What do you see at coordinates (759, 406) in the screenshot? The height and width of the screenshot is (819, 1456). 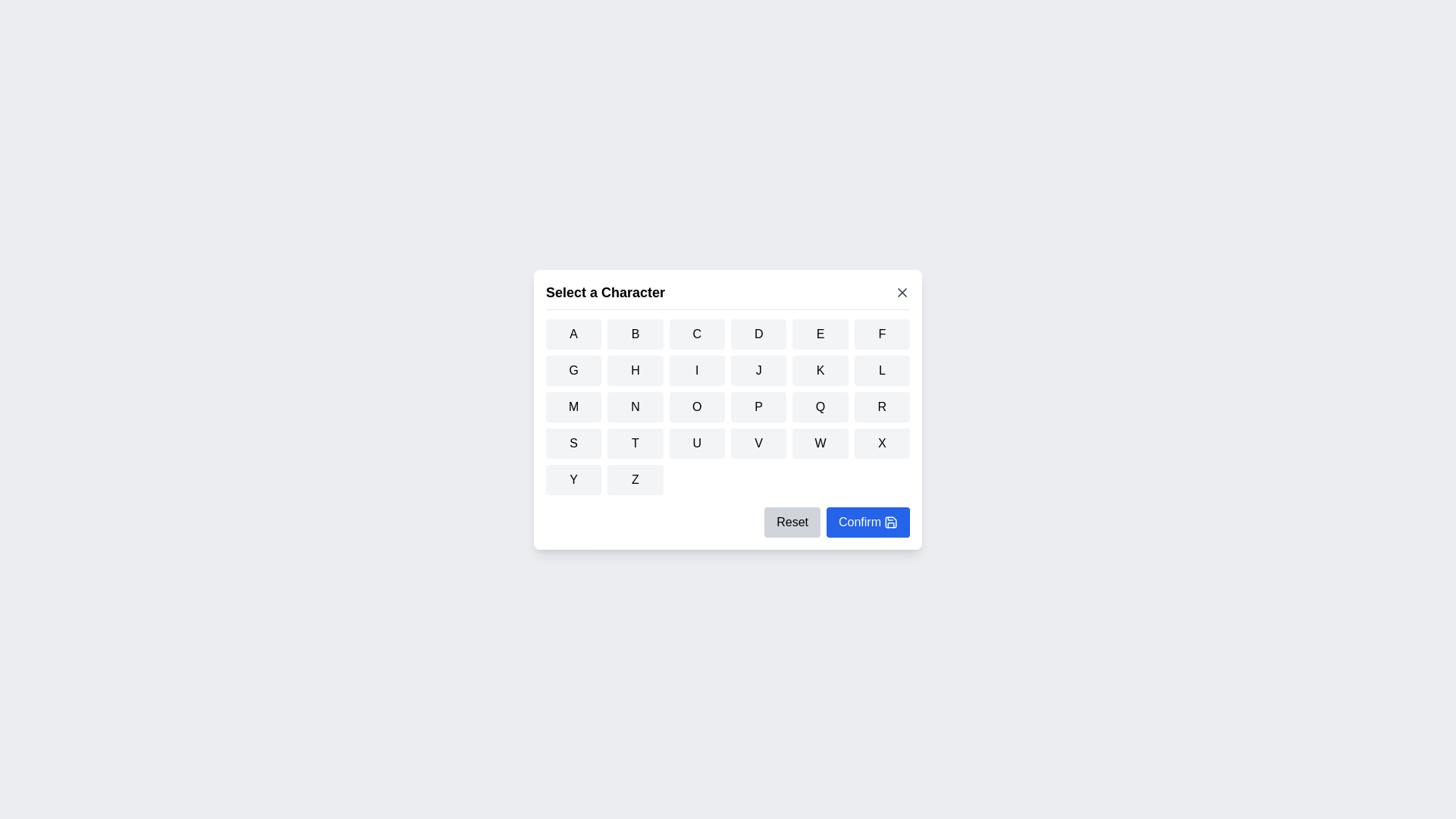 I see `the button corresponding to the character P to select it` at bounding box center [759, 406].